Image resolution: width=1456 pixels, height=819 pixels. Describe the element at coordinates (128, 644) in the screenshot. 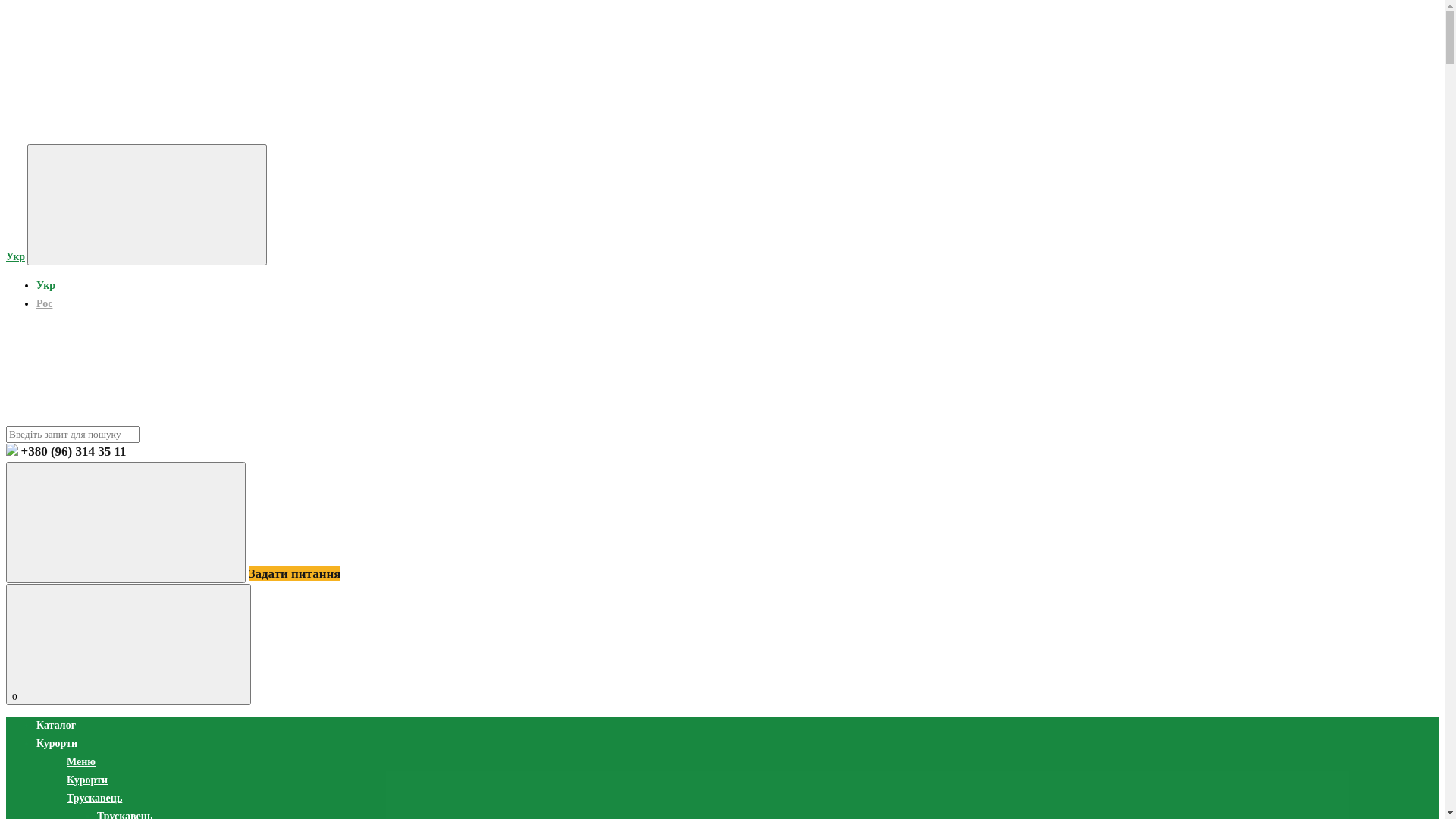

I see `'0'` at that location.